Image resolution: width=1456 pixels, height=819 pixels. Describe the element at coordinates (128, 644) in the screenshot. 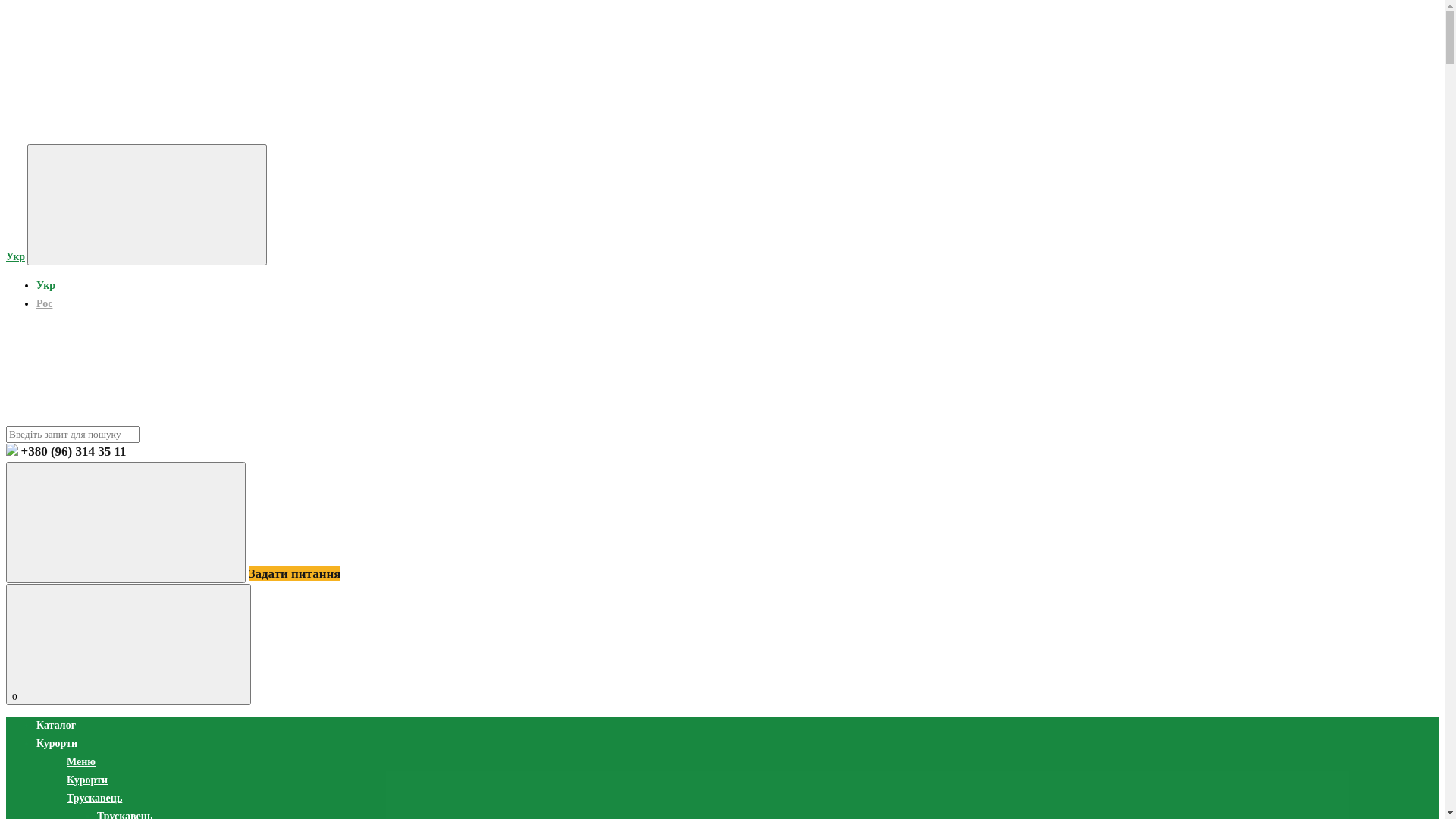

I see `'0'` at that location.